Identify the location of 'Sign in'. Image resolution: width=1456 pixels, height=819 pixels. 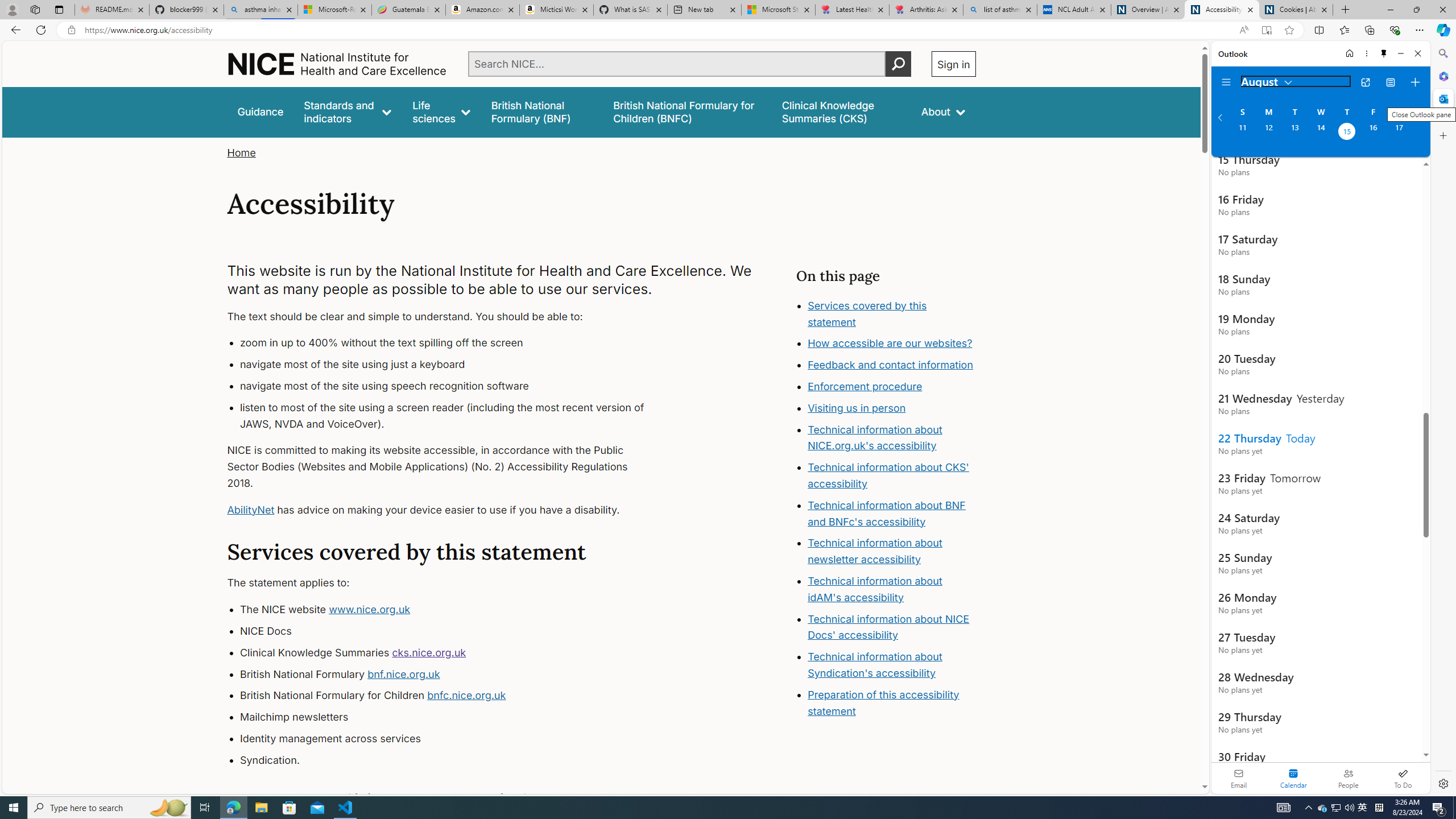
(953, 63).